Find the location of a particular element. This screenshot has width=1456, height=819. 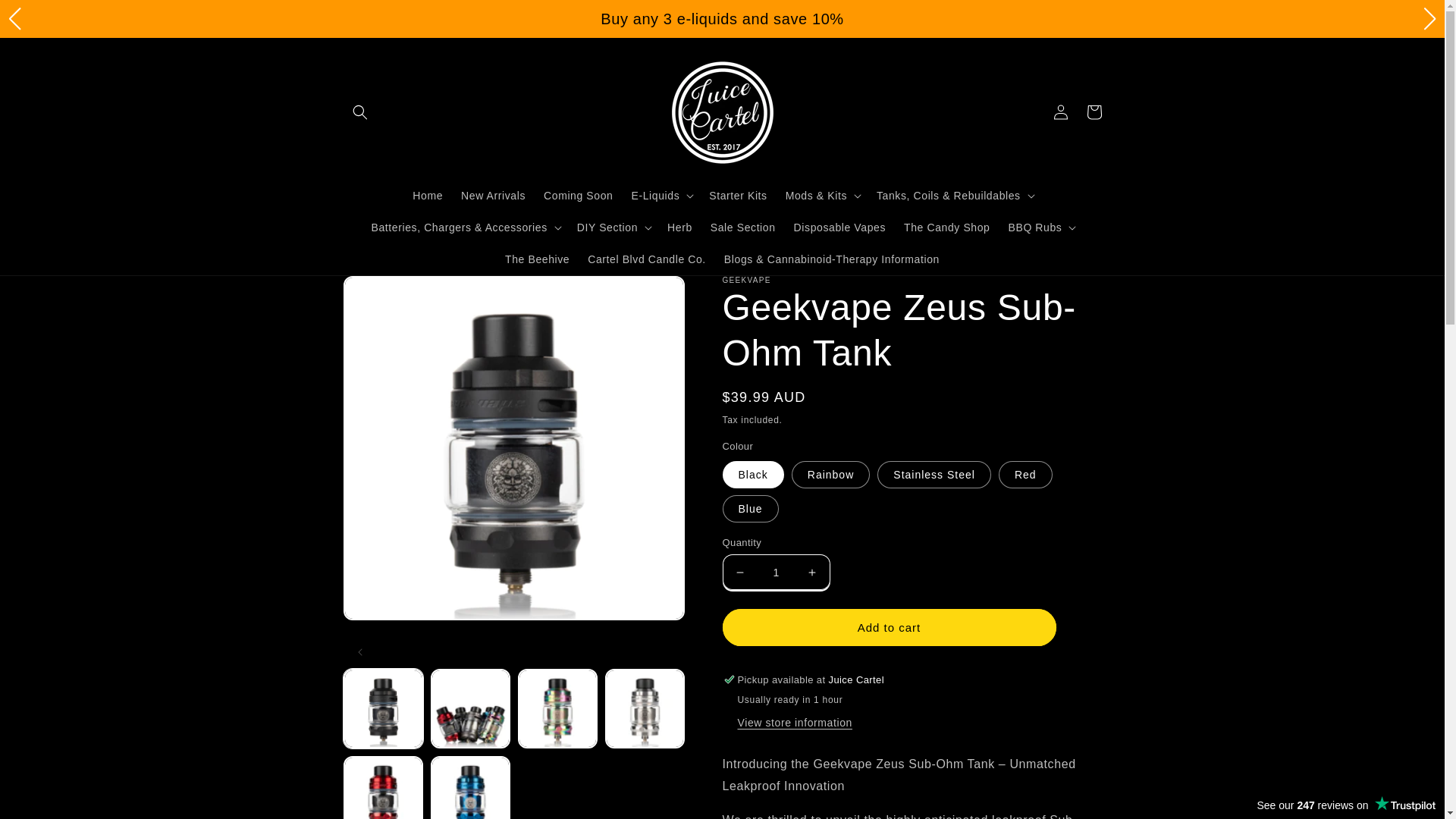

'The Candy Shop' is located at coordinates (946, 227).